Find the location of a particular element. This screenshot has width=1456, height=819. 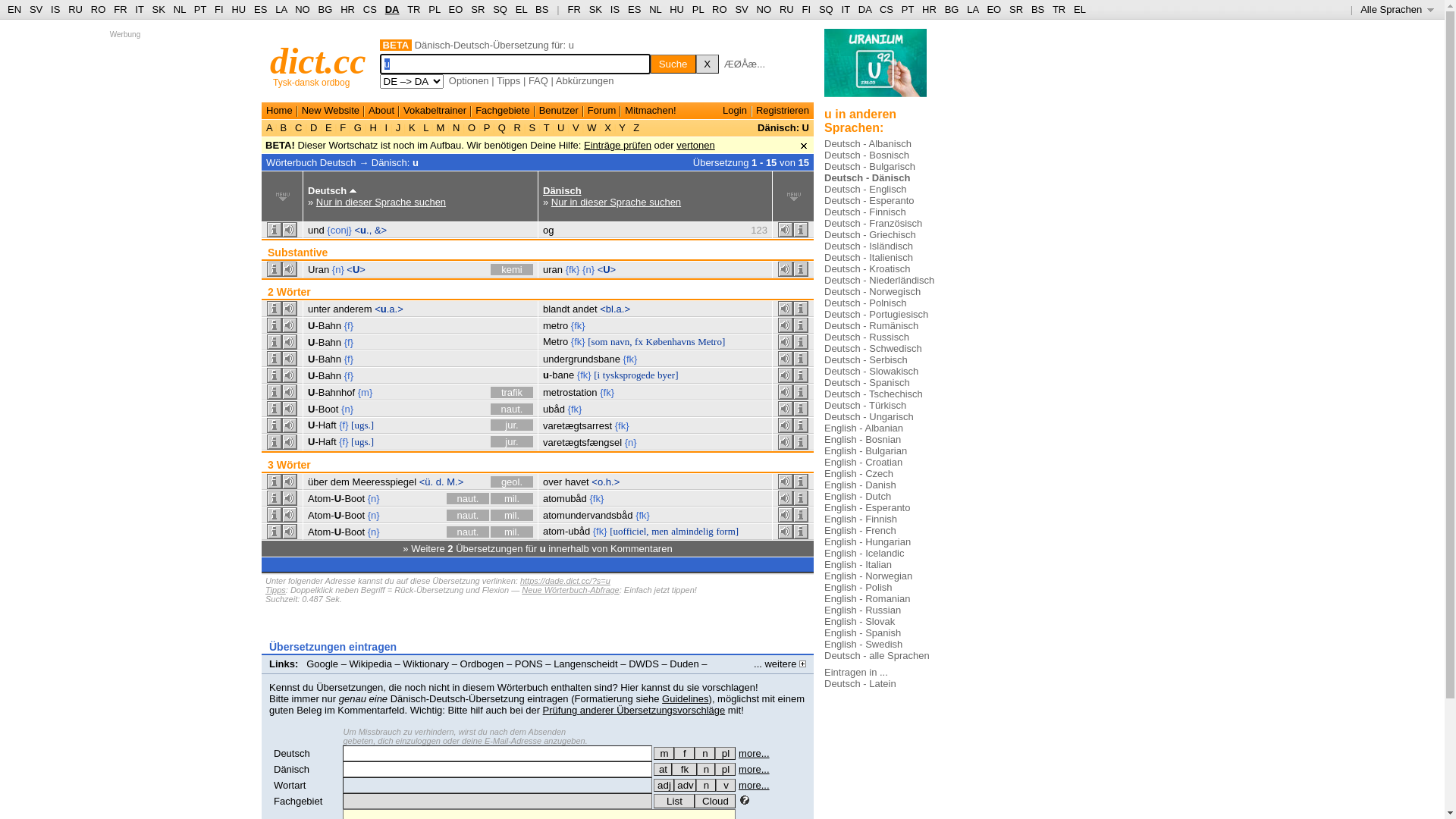

'E' is located at coordinates (327, 127).